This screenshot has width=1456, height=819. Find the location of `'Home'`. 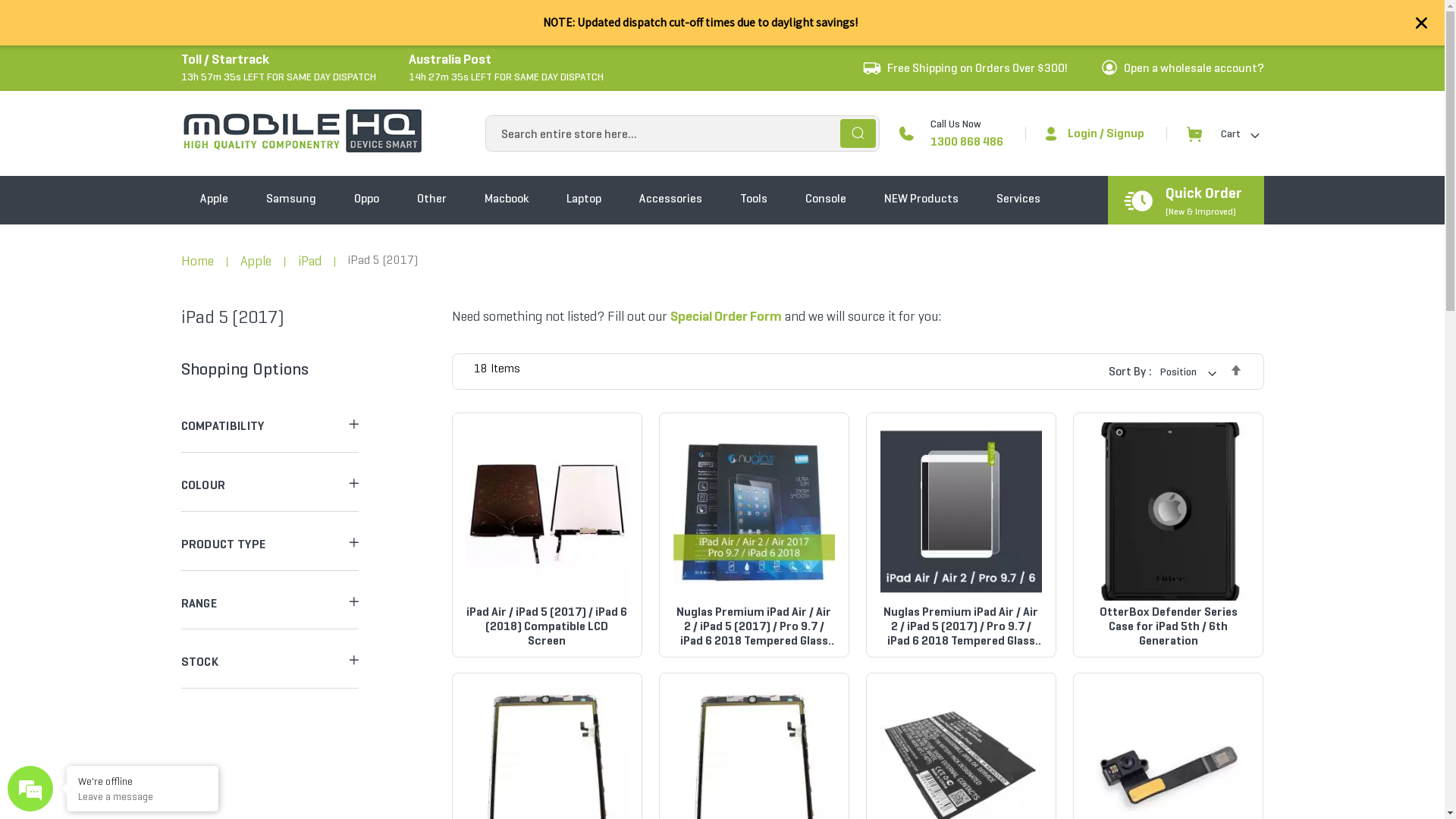

'Home' is located at coordinates (196, 259).